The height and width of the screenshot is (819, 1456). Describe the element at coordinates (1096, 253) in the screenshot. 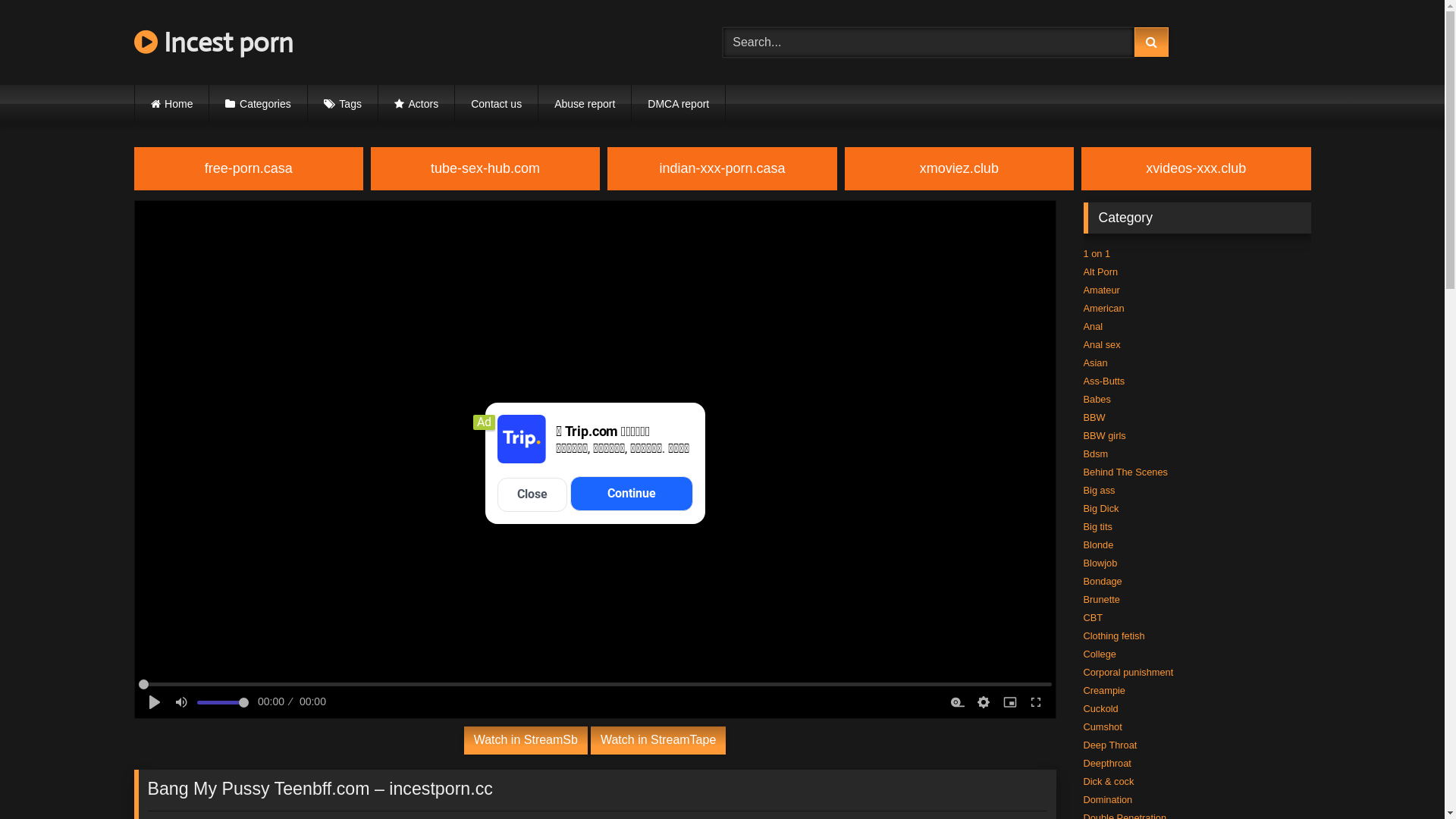

I see `'1 on 1'` at that location.